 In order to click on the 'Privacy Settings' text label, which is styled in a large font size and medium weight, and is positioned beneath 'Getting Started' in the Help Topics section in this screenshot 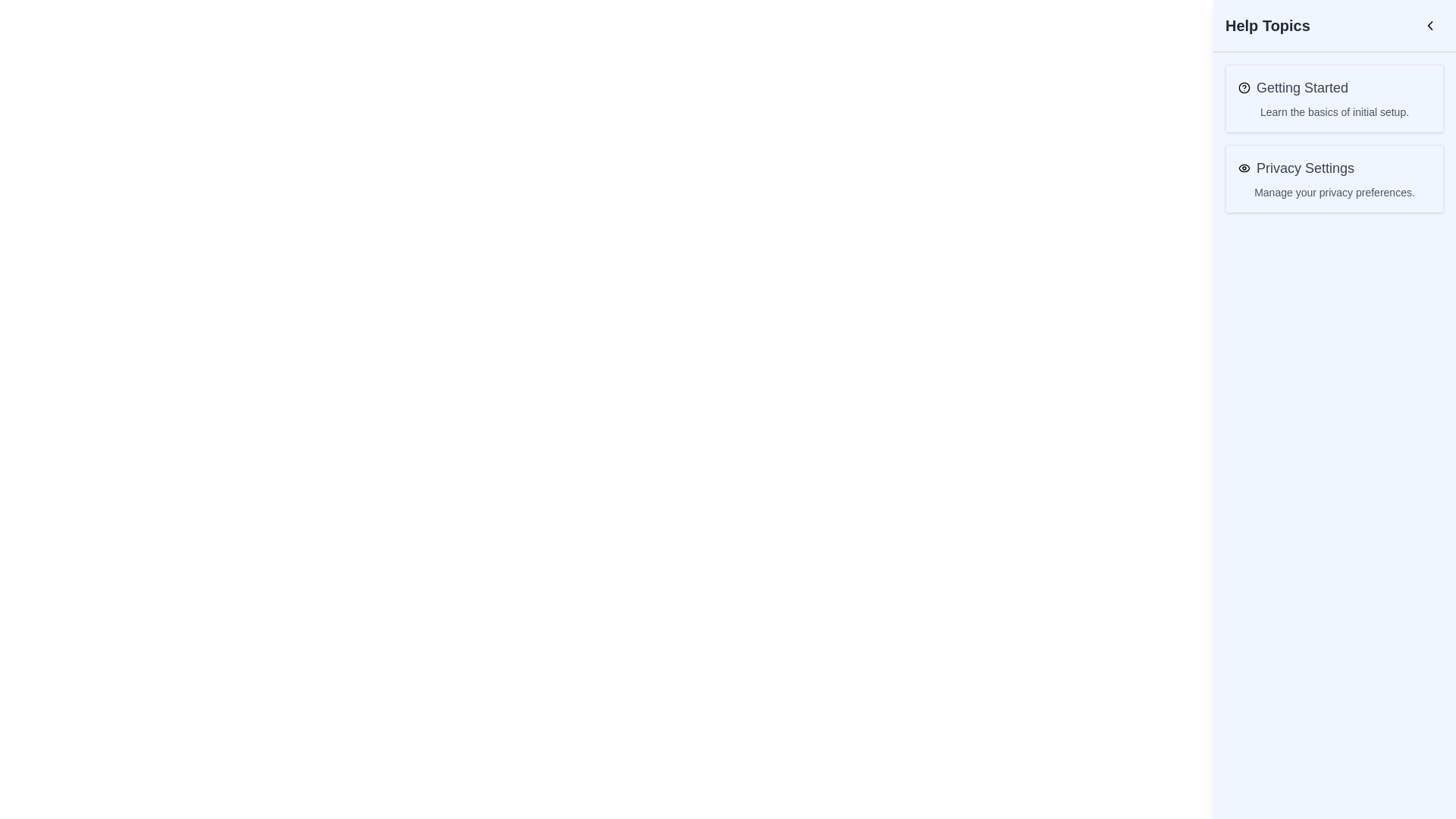, I will do `click(1304, 168)`.